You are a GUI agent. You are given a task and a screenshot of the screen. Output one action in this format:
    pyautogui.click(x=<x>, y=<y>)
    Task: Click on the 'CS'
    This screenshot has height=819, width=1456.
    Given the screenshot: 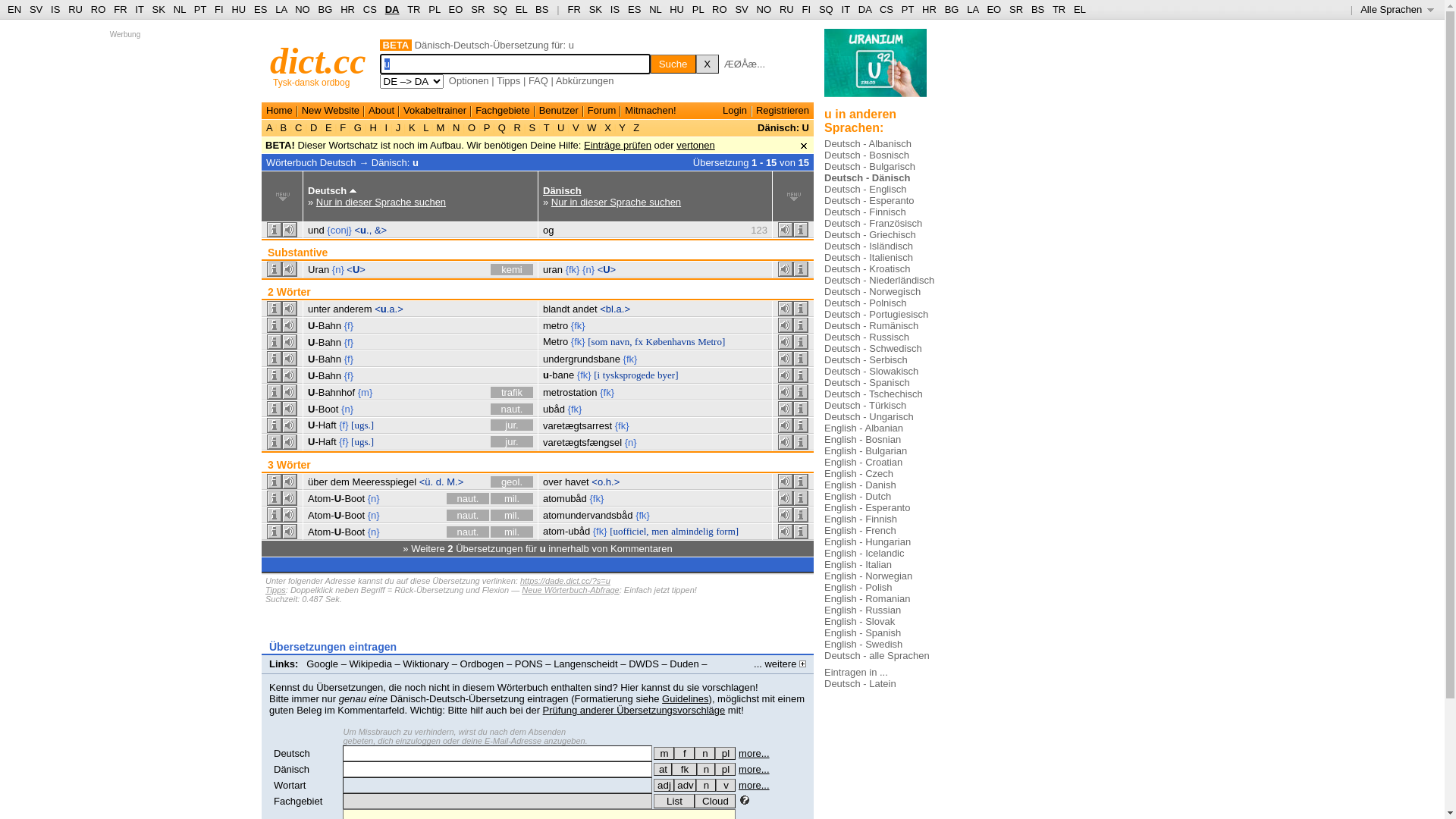 What is the action you would take?
    pyautogui.click(x=370, y=9)
    